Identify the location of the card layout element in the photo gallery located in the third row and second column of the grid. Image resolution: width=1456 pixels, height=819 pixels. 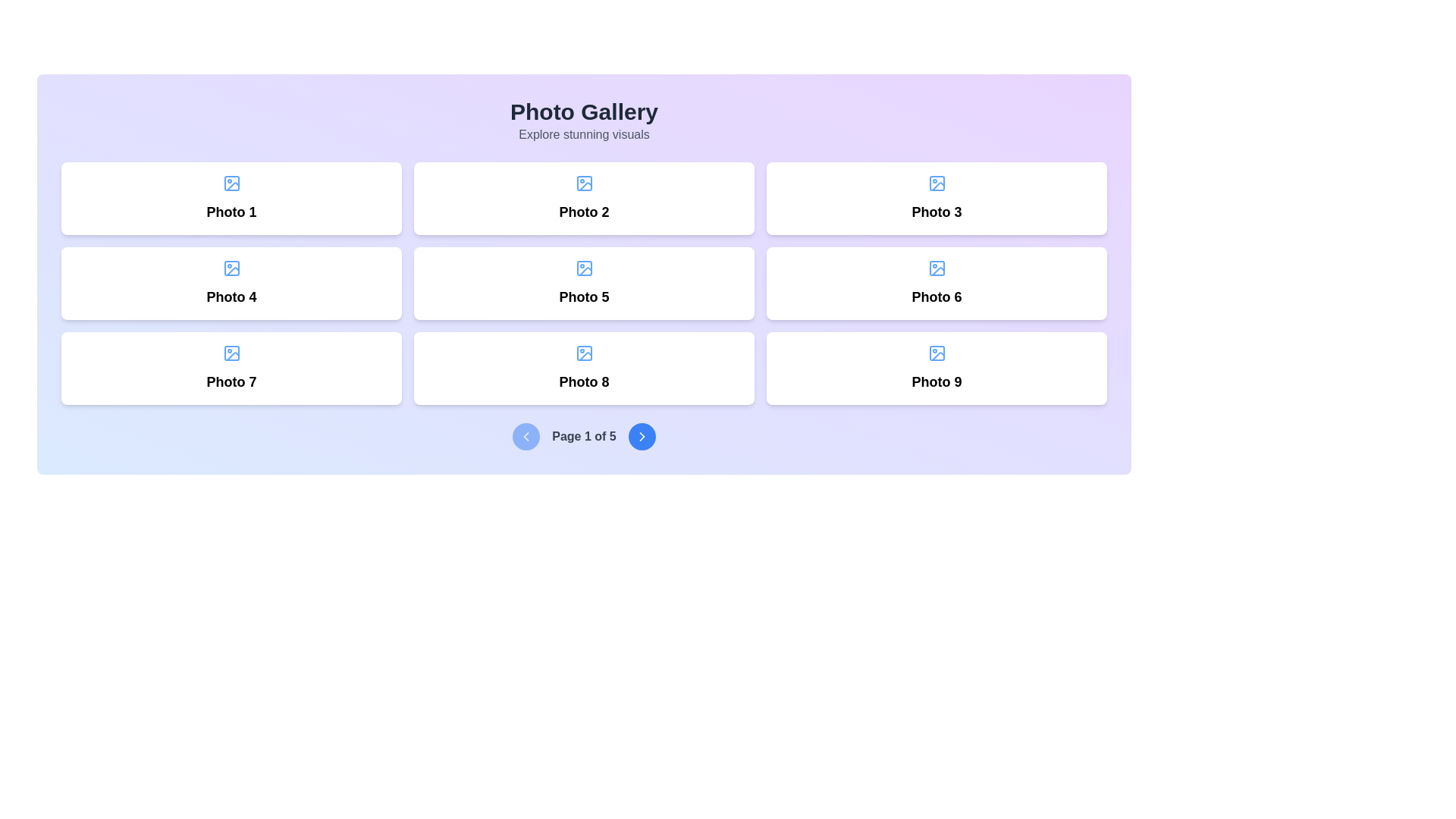
(583, 369).